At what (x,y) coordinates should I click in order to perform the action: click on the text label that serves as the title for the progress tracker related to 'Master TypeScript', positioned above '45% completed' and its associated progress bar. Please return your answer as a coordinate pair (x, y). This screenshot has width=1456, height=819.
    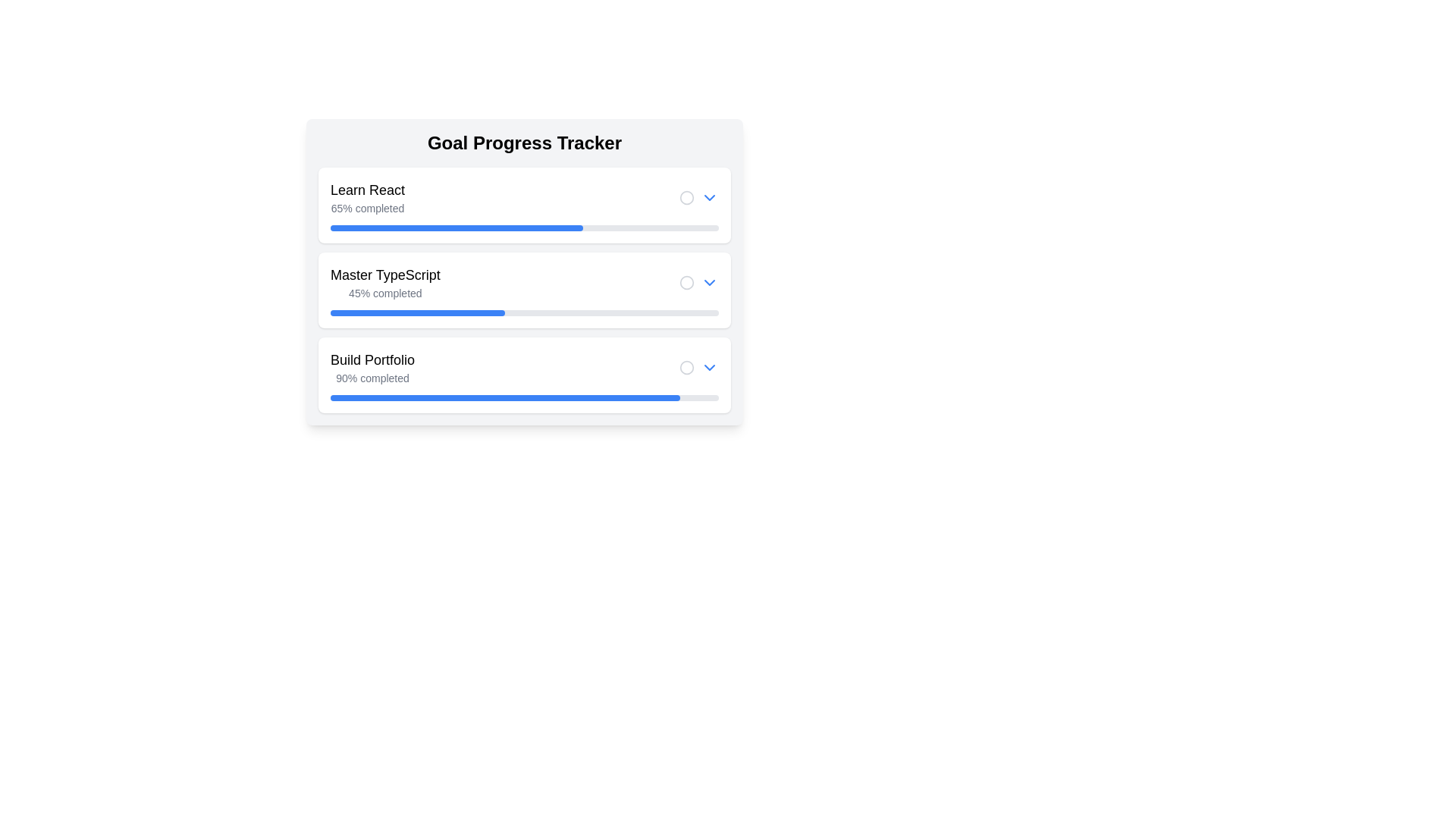
    Looking at the image, I should click on (385, 275).